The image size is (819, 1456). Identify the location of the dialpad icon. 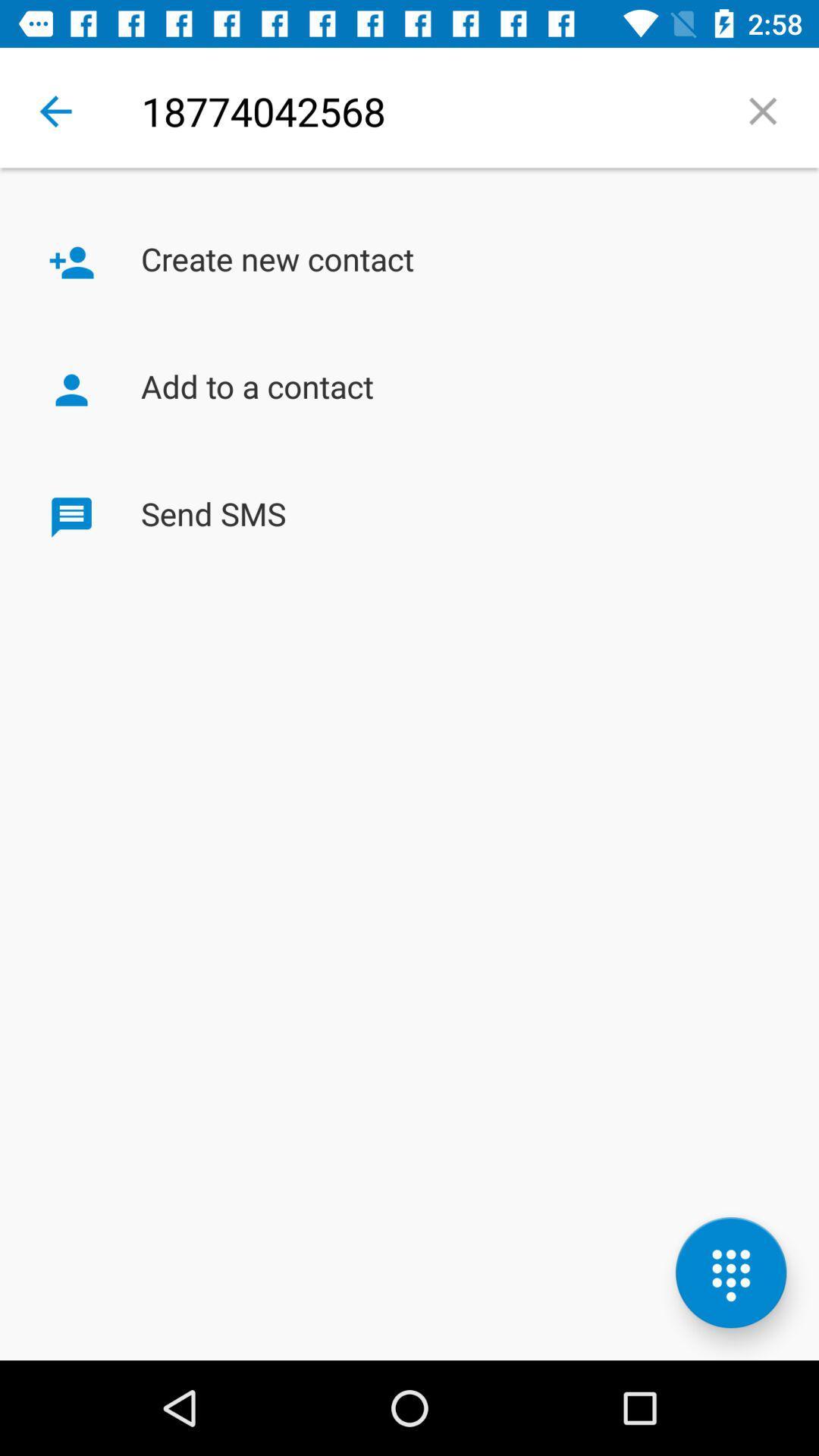
(730, 1272).